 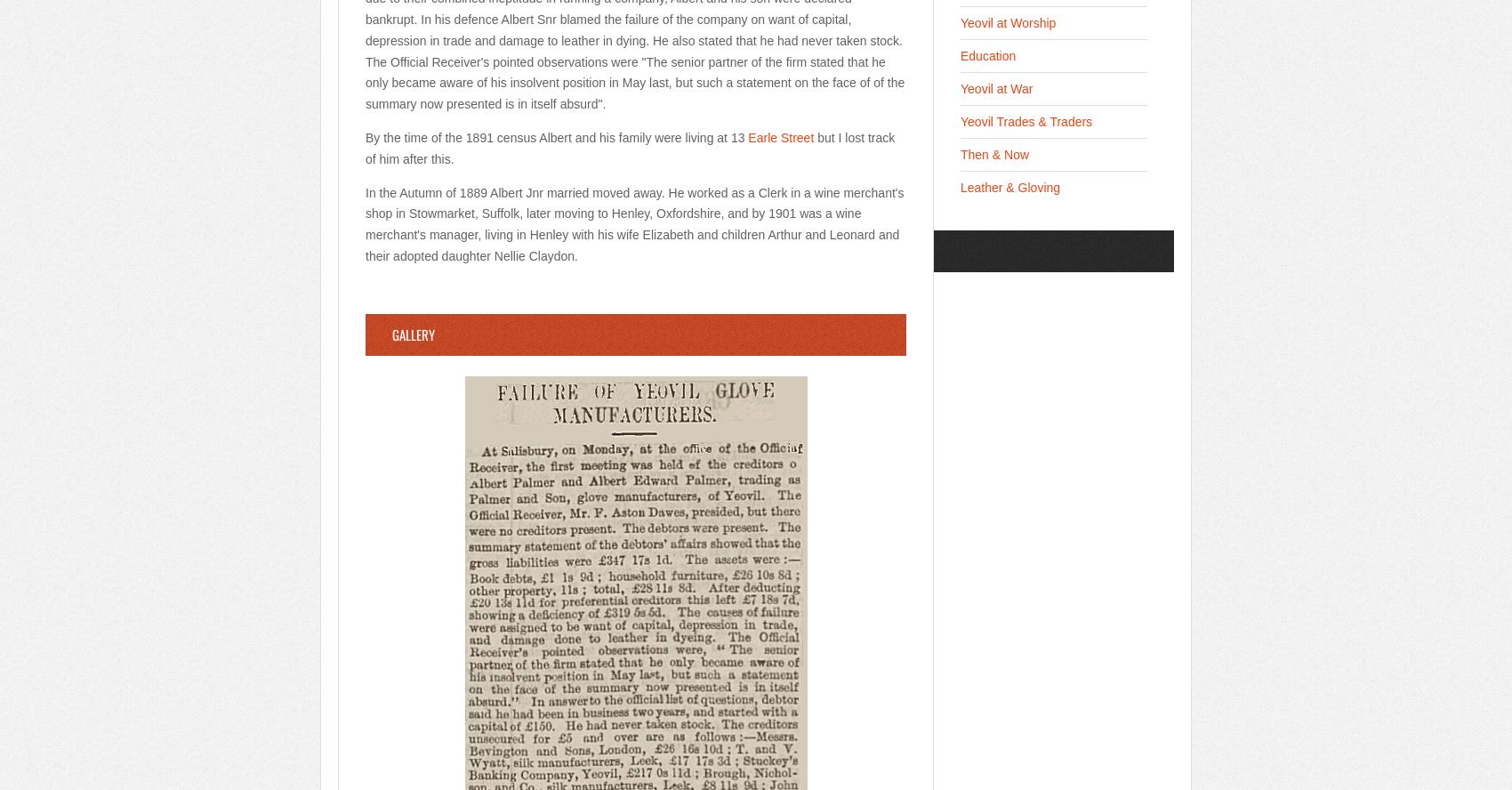 I want to click on 'GALLERY', so click(x=413, y=334).